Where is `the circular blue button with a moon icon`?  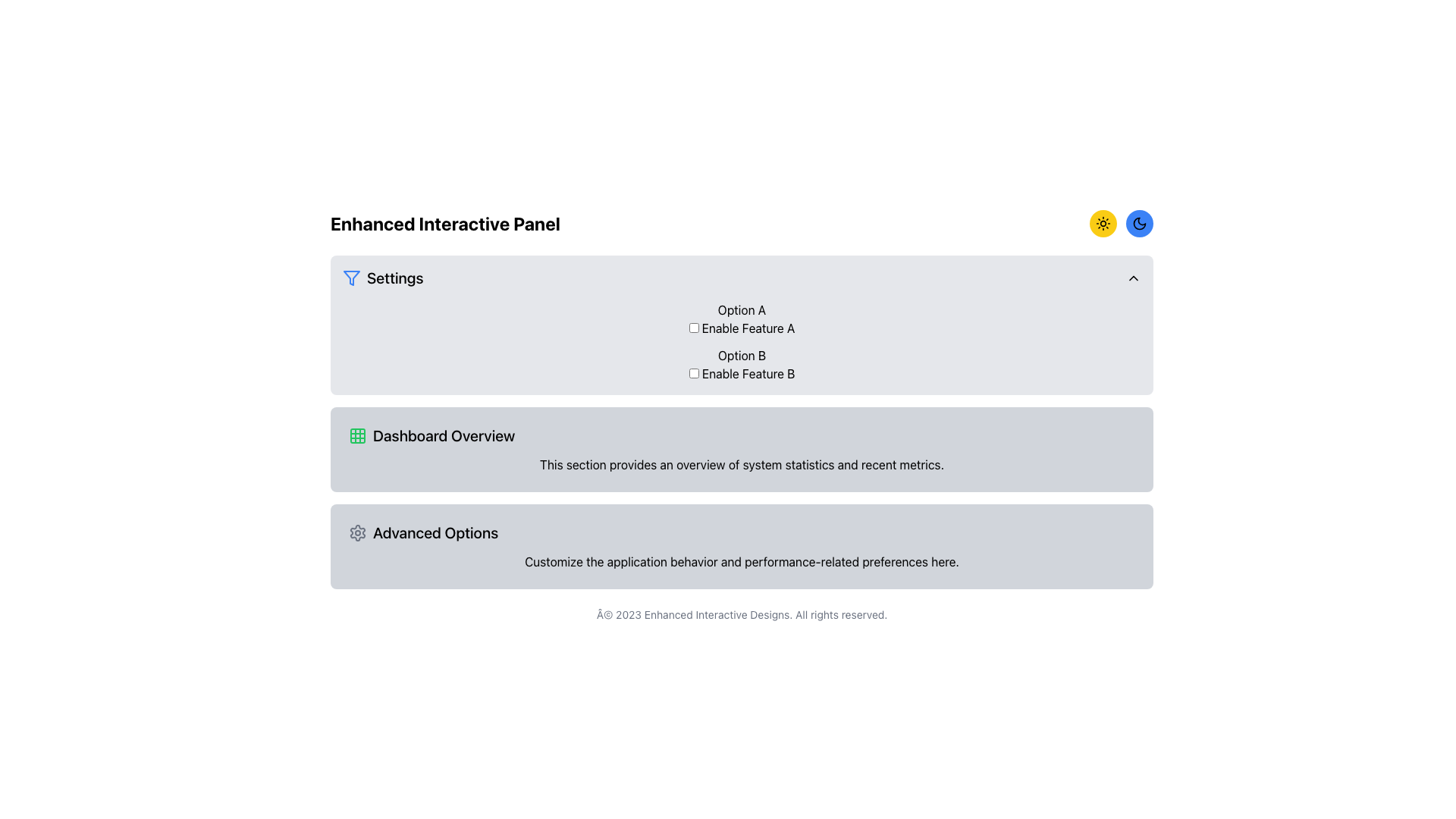
the circular blue button with a moon icon is located at coordinates (1139, 223).